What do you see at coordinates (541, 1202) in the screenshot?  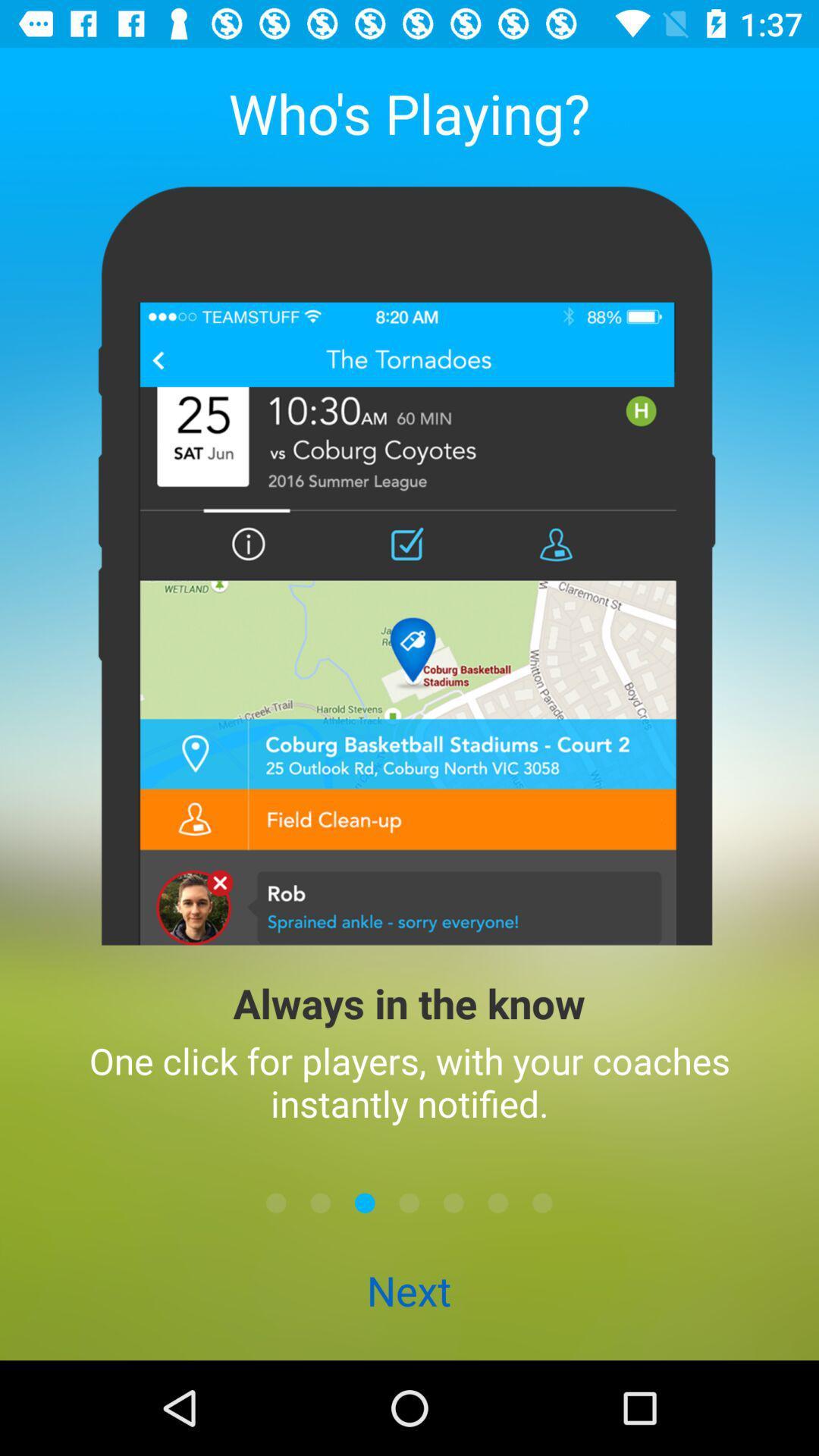 I see `with this you can scroll to the right side to see more information` at bounding box center [541, 1202].